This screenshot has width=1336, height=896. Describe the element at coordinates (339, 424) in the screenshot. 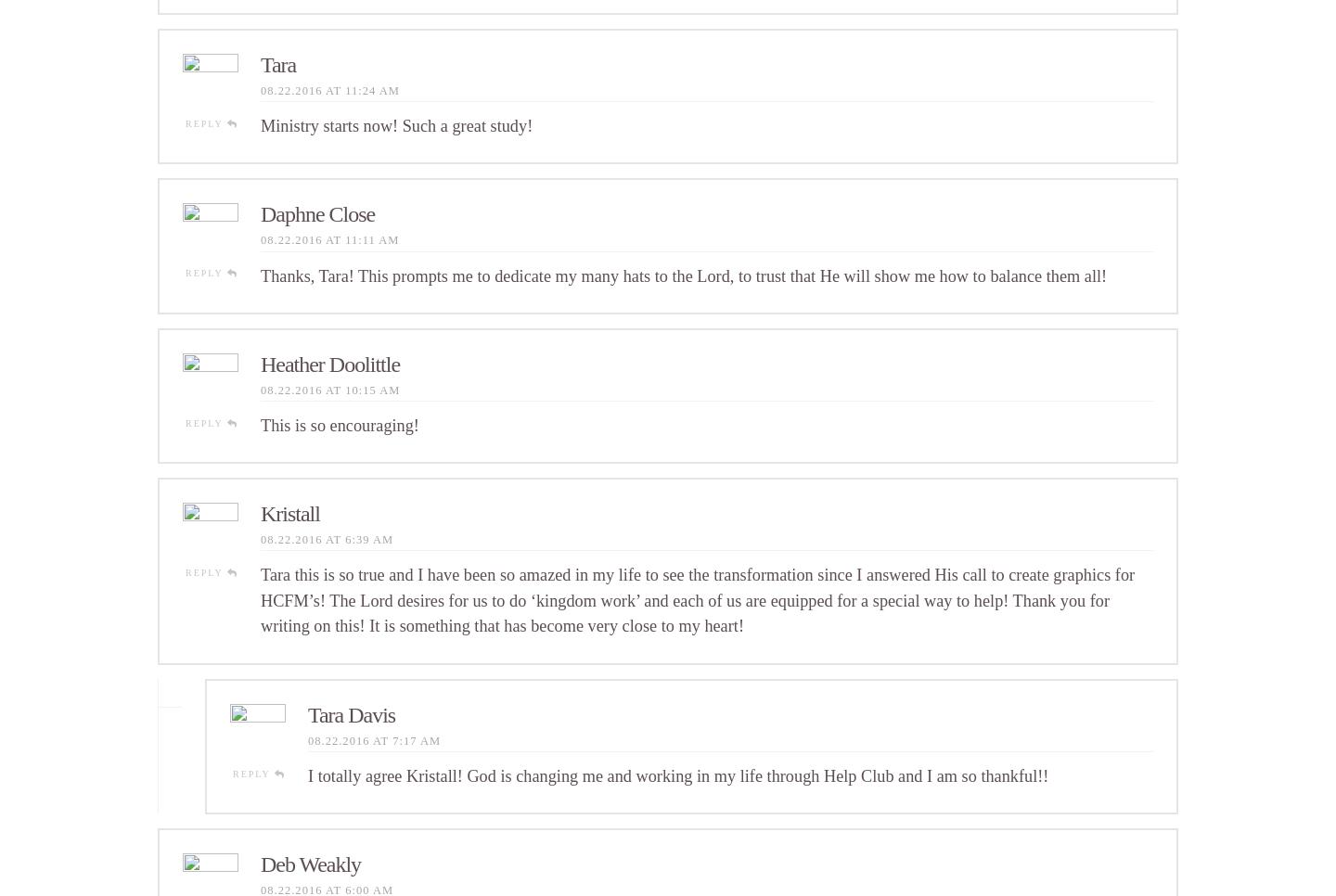

I see `'This is so encouraging!'` at that location.